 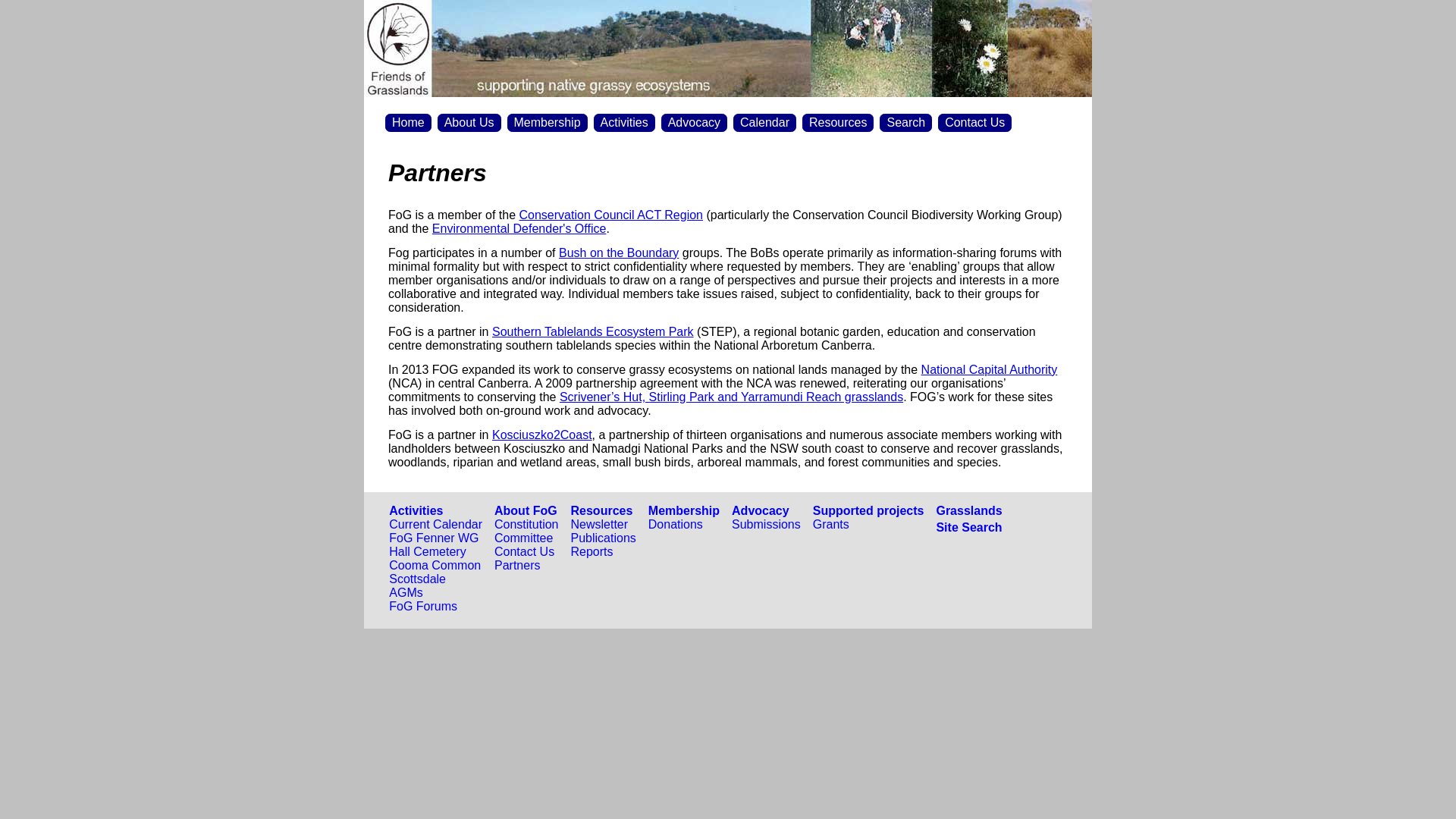 What do you see at coordinates (968, 510) in the screenshot?
I see `'Grasslands'` at bounding box center [968, 510].